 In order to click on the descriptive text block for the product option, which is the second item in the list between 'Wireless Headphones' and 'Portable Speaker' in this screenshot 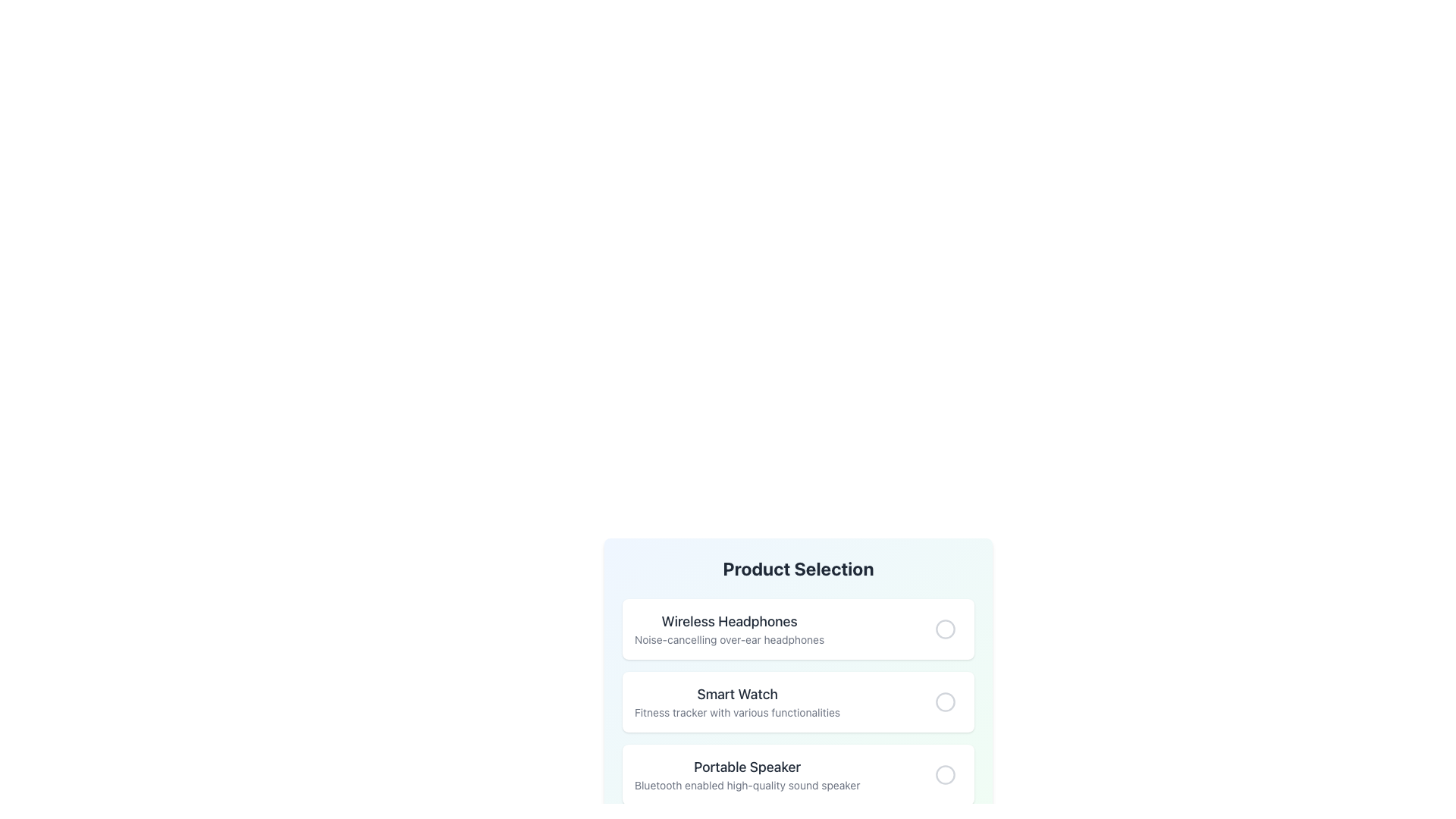, I will do `click(737, 701)`.